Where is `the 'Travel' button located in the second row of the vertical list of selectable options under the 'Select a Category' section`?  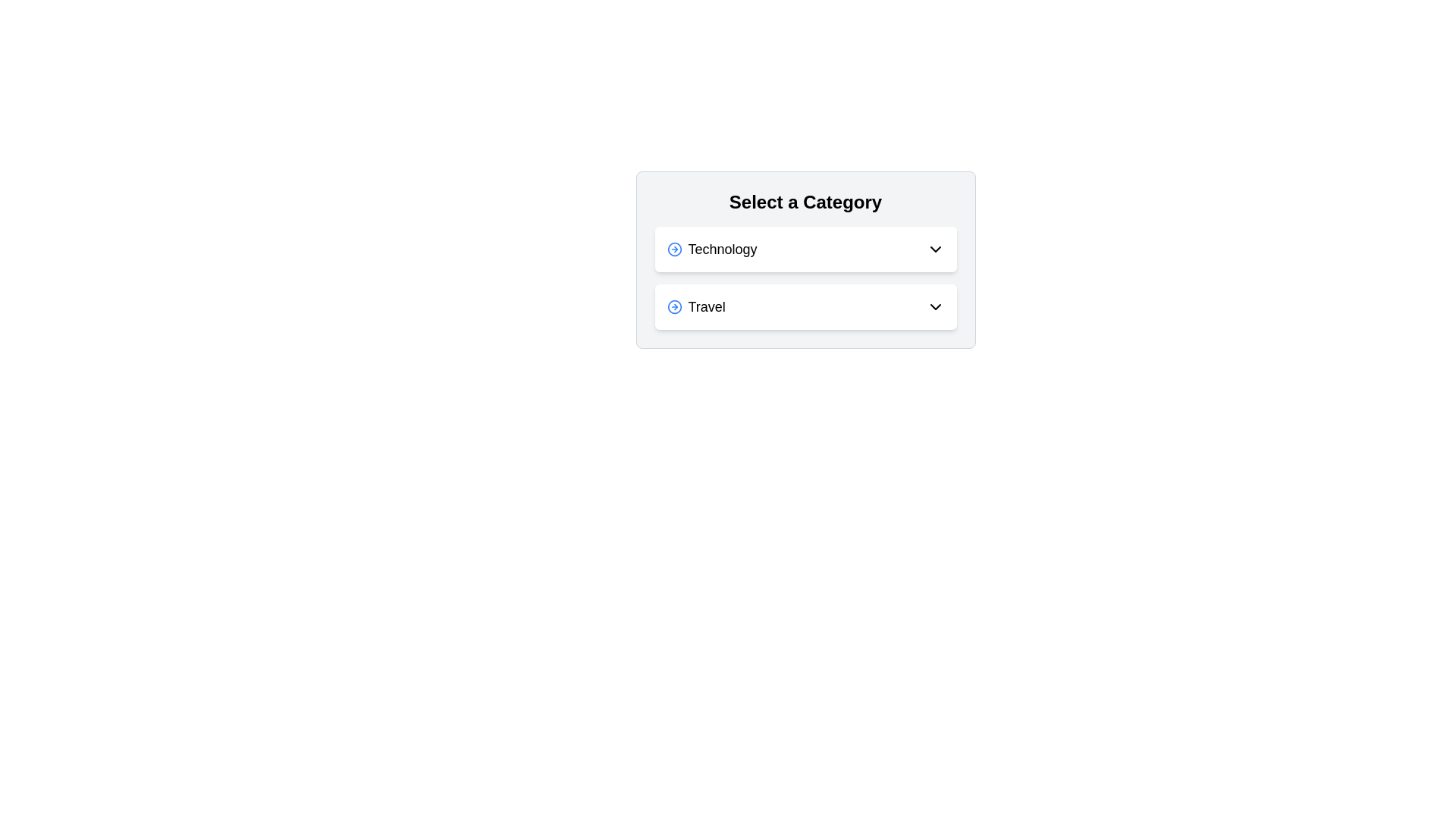
the 'Travel' button located in the second row of the vertical list of selectable options under the 'Select a Category' section is located at coordinates (805, 307).